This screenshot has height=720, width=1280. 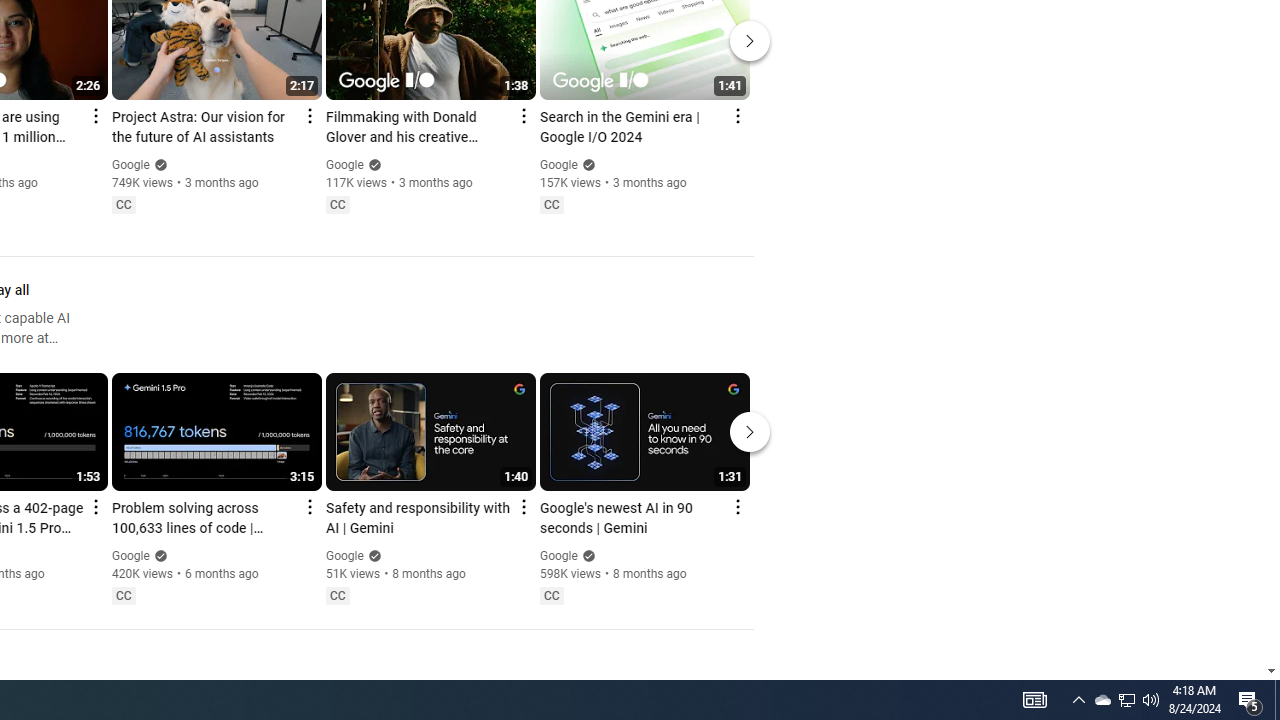 What do you see at coordinates (551, 594) in the screenshot?
I see `'Closed captions'` at bounding box center [551, 594].